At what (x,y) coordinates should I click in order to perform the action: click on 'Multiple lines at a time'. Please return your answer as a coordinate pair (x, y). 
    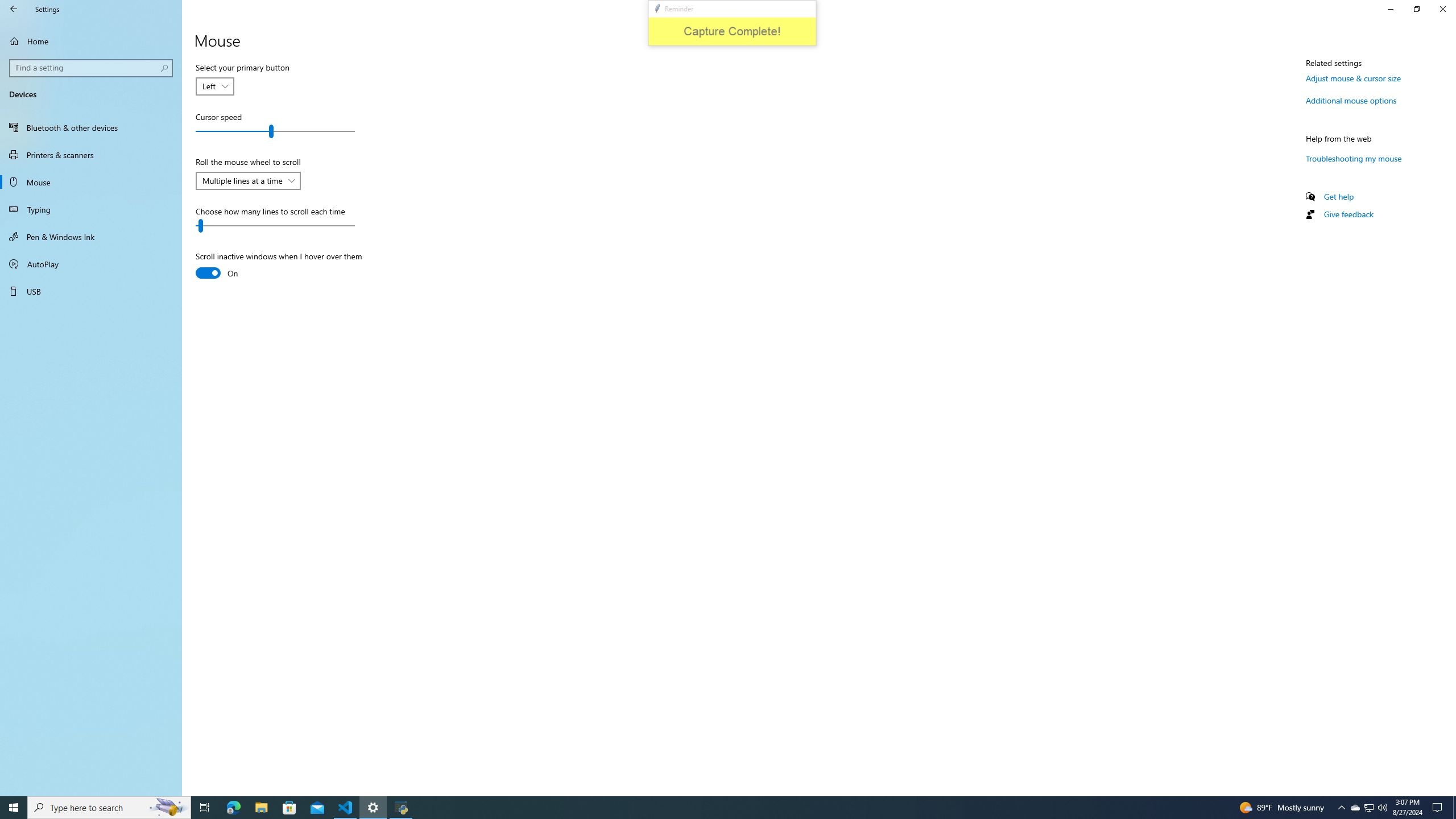
    Looking at the image, I should click on (242, 180).